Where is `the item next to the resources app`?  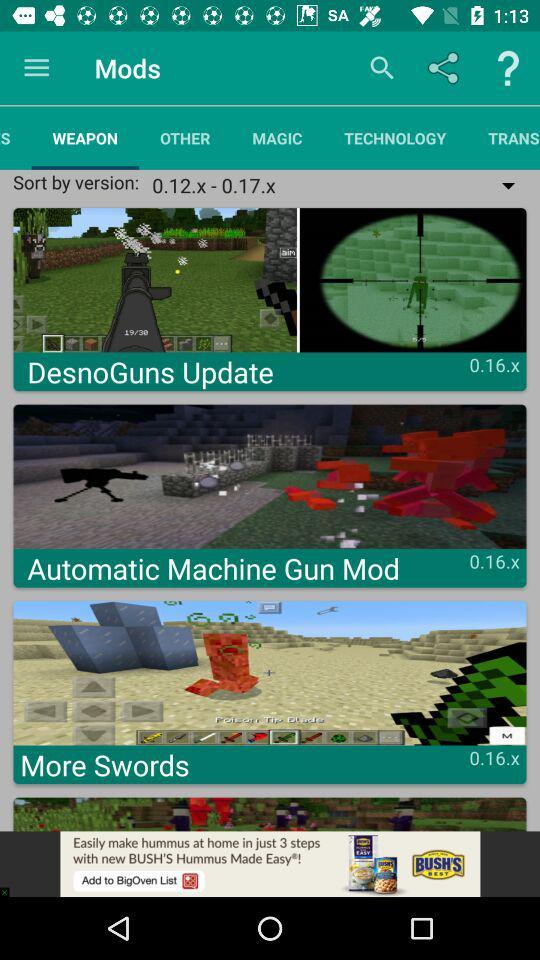
the item next to the resources app is located at coordinates (84, 137).